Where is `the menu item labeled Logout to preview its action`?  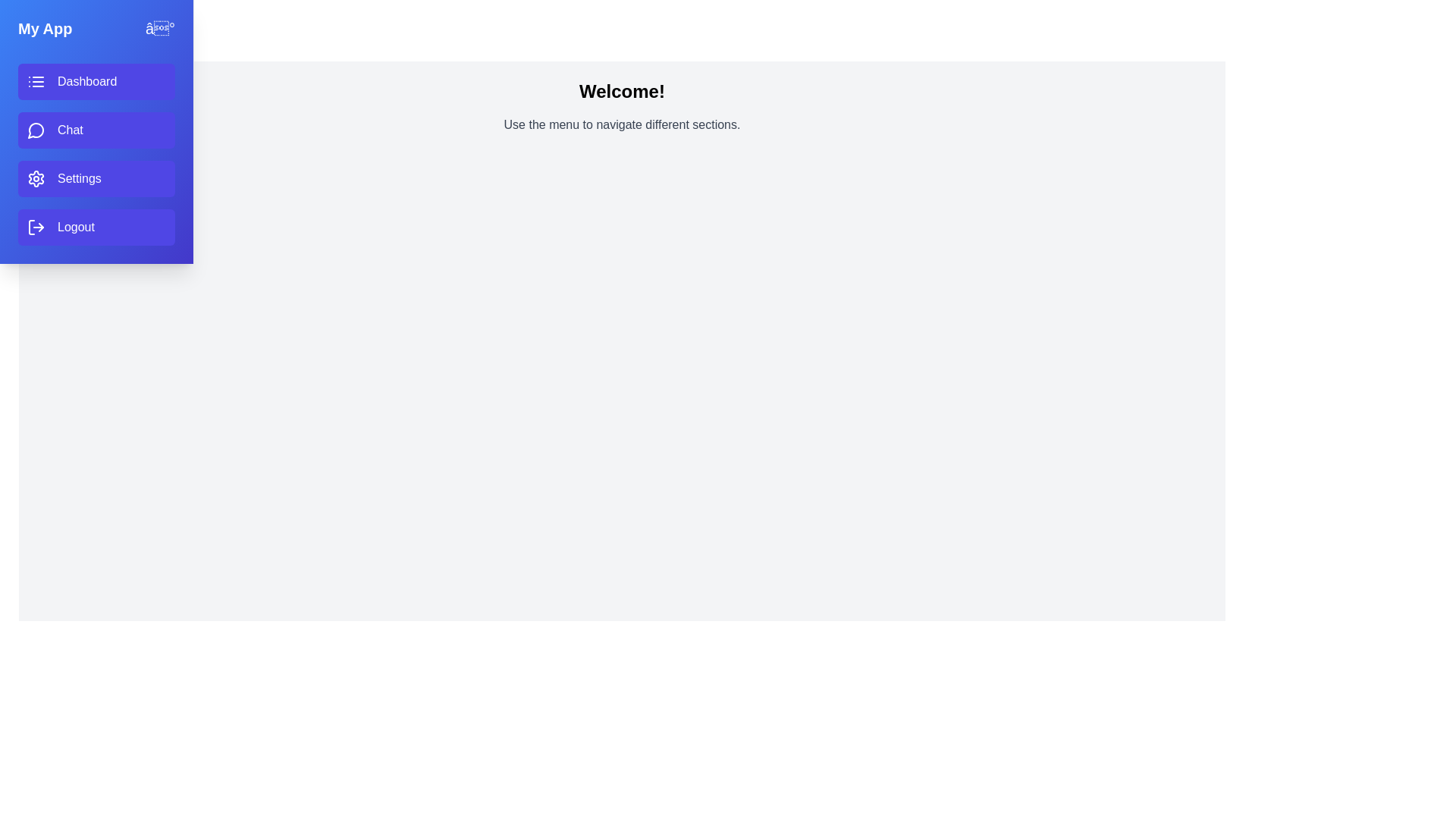 the menu item labeled Logout to preview its action is located at coordinates (96, 227).